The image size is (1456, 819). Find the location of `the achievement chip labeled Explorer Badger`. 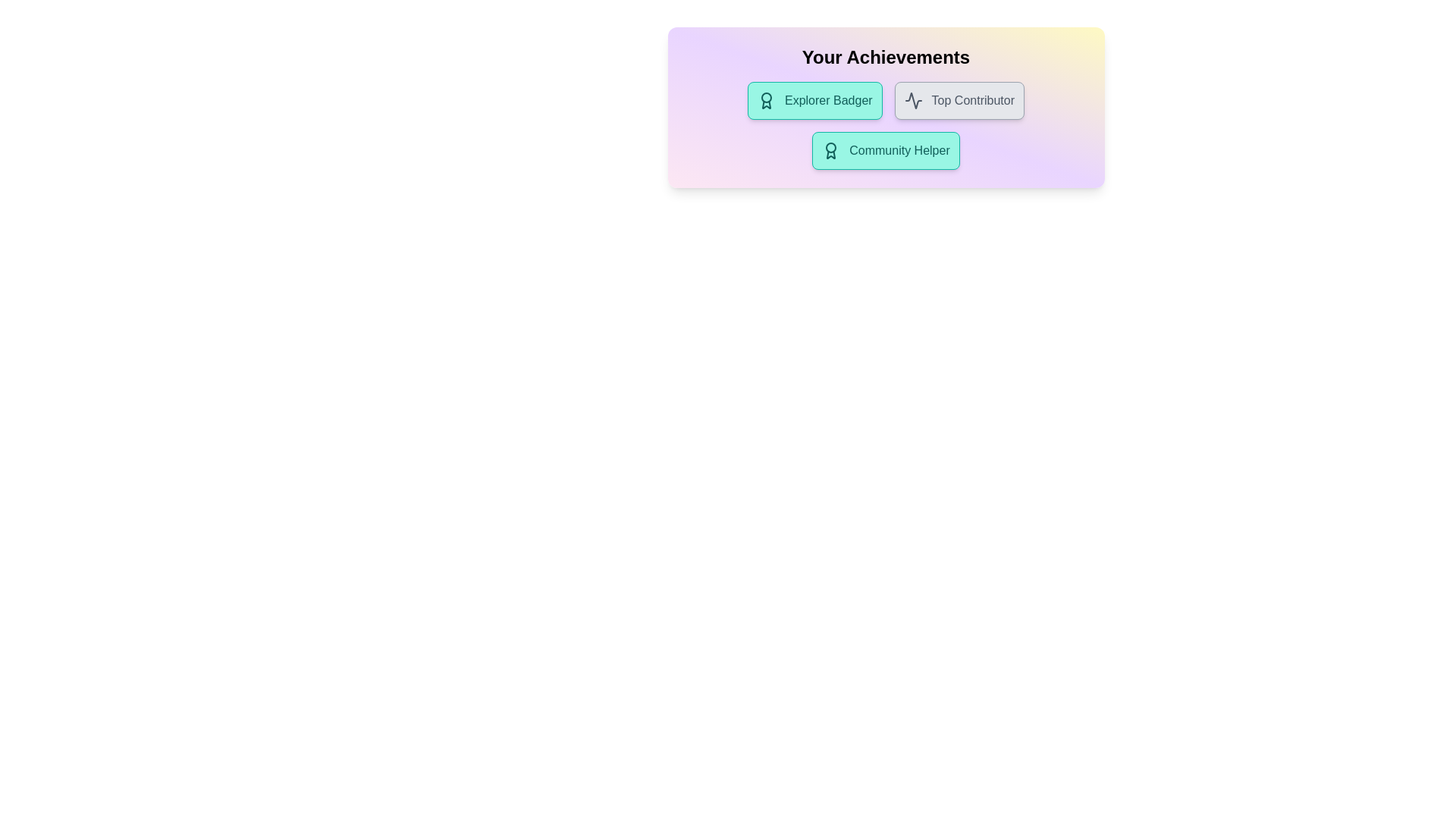

the achievement chip labeled Explorer Badger is located at coordinates (814, 100).